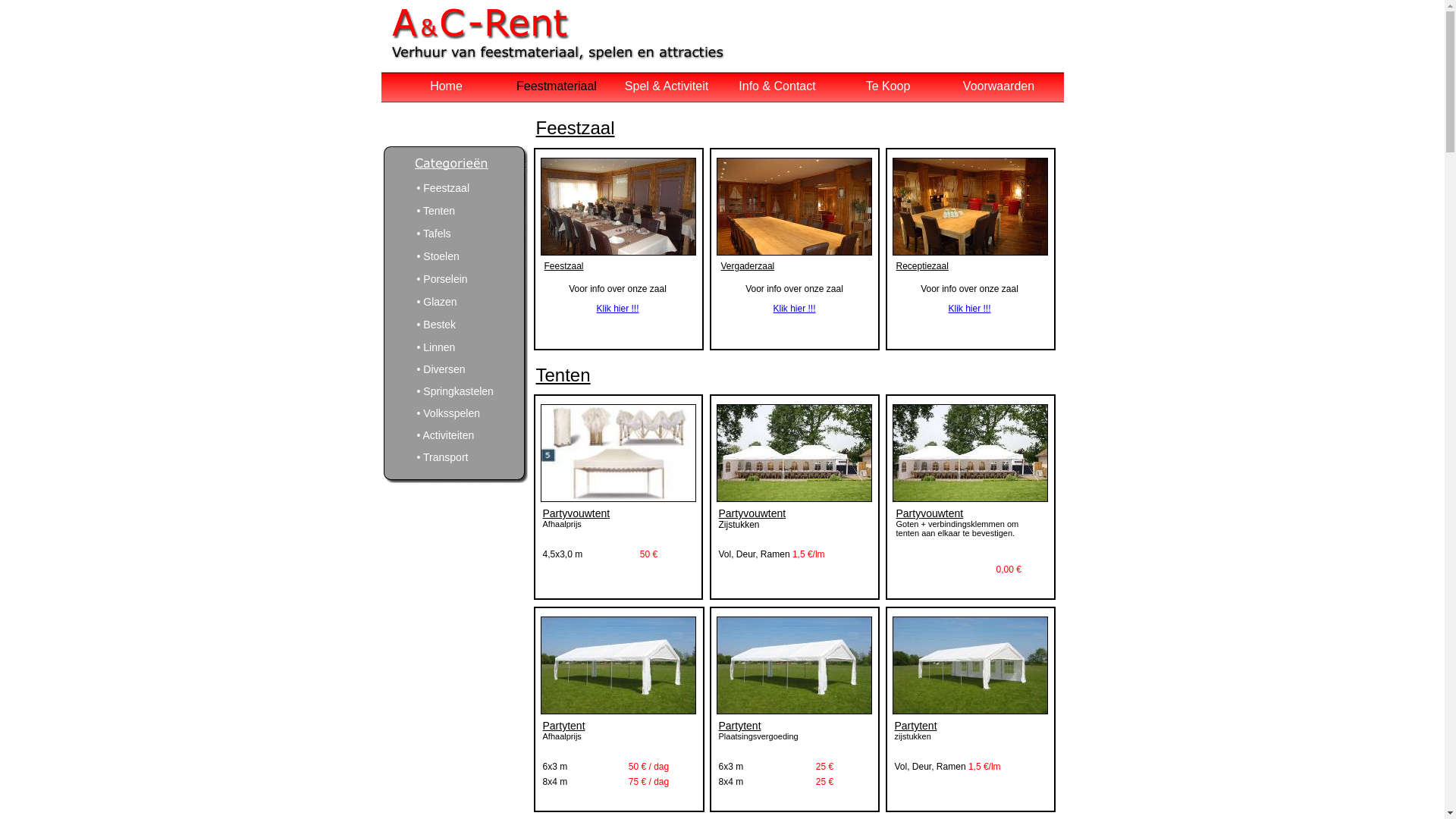  What do you see at coordinates (998, 86) in the screenshot?
I see `'Voorwaarden'` at bounding box center [998, 86].